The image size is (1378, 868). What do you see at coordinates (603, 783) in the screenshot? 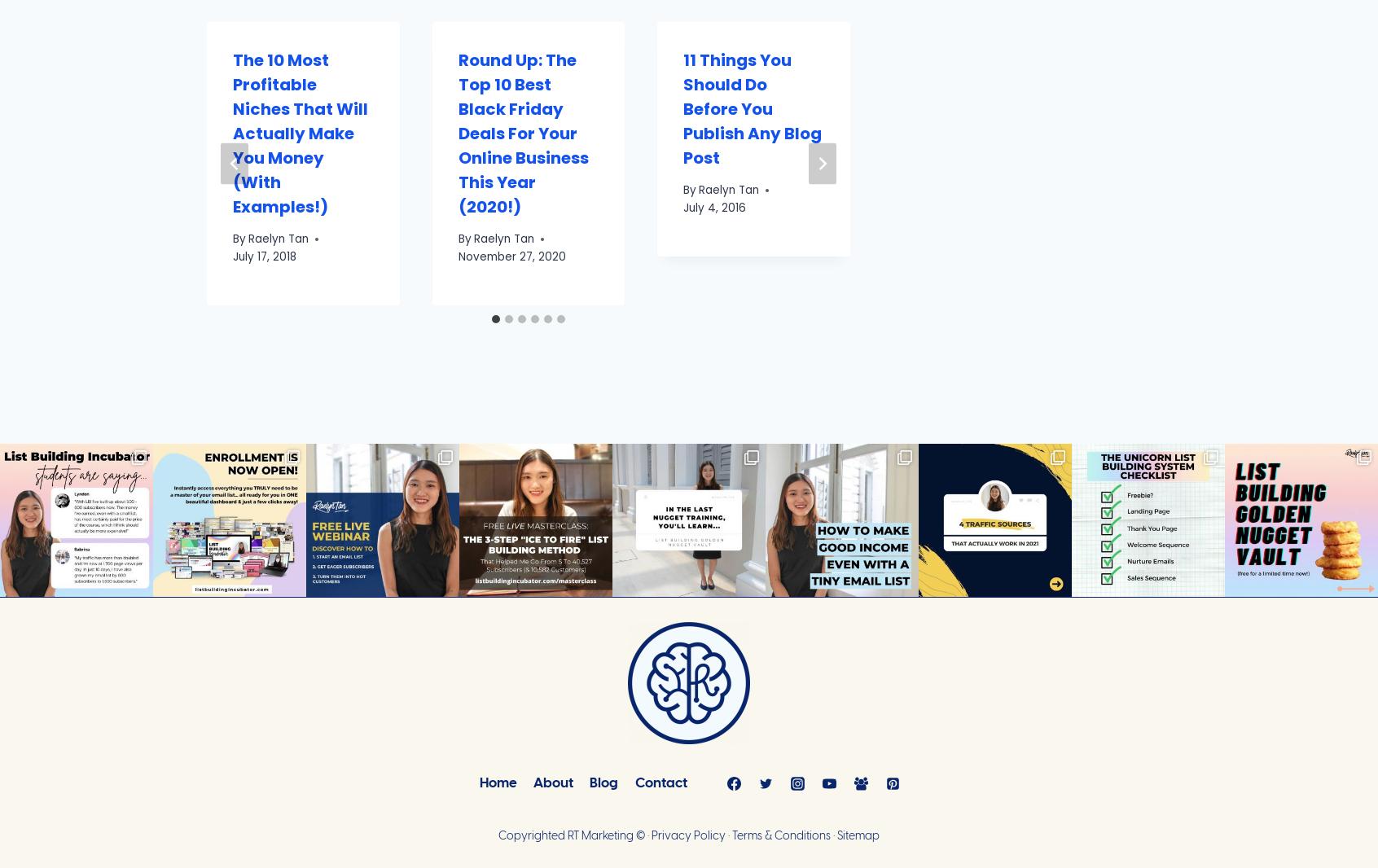
I see `'Blog'` at bounding box center [603, 783].